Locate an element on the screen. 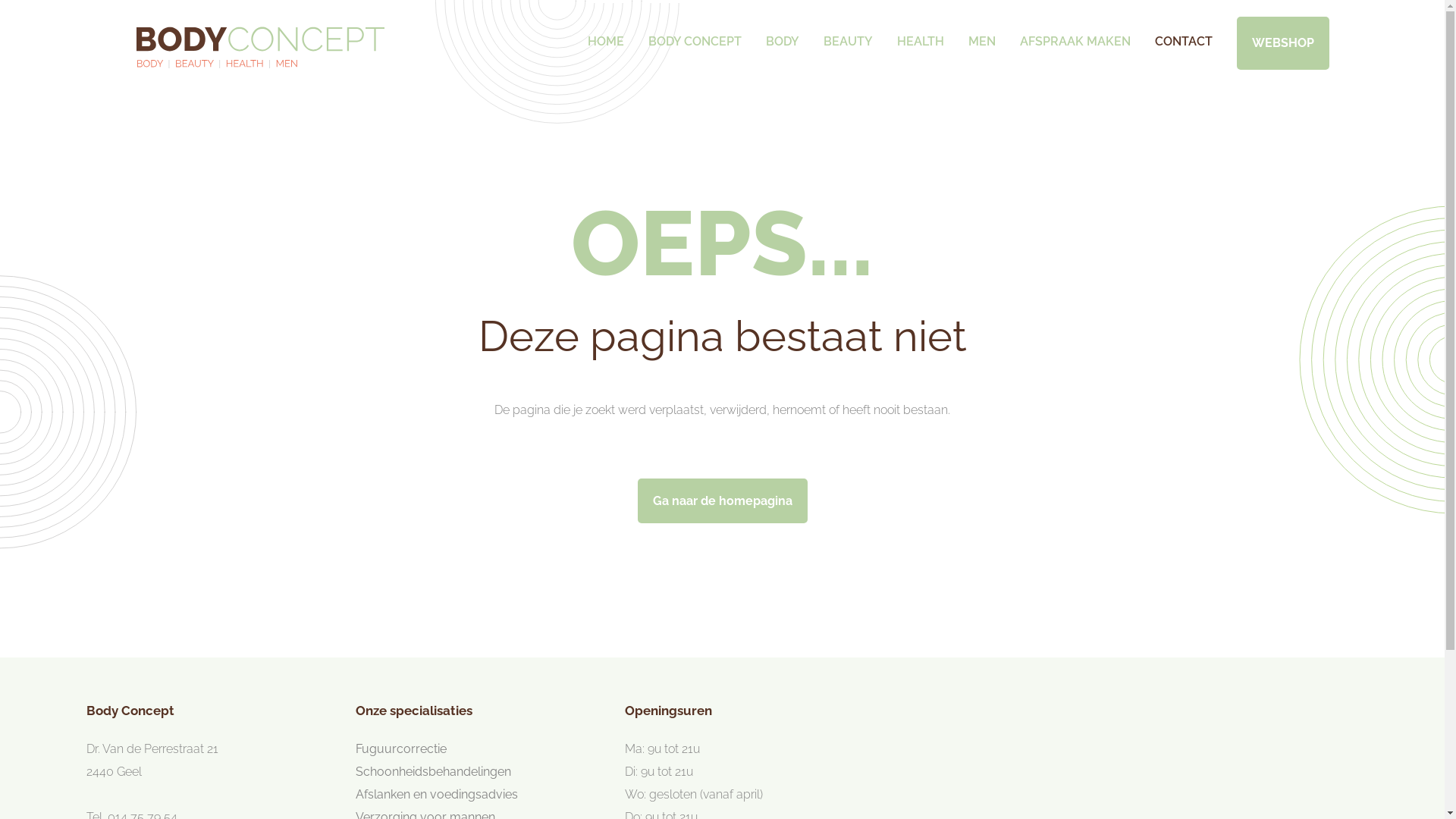 Image resolution: width=1456 pixels, height=819 pixels. 'Ga naar de homepagina' is located at coordinates (720, 500).